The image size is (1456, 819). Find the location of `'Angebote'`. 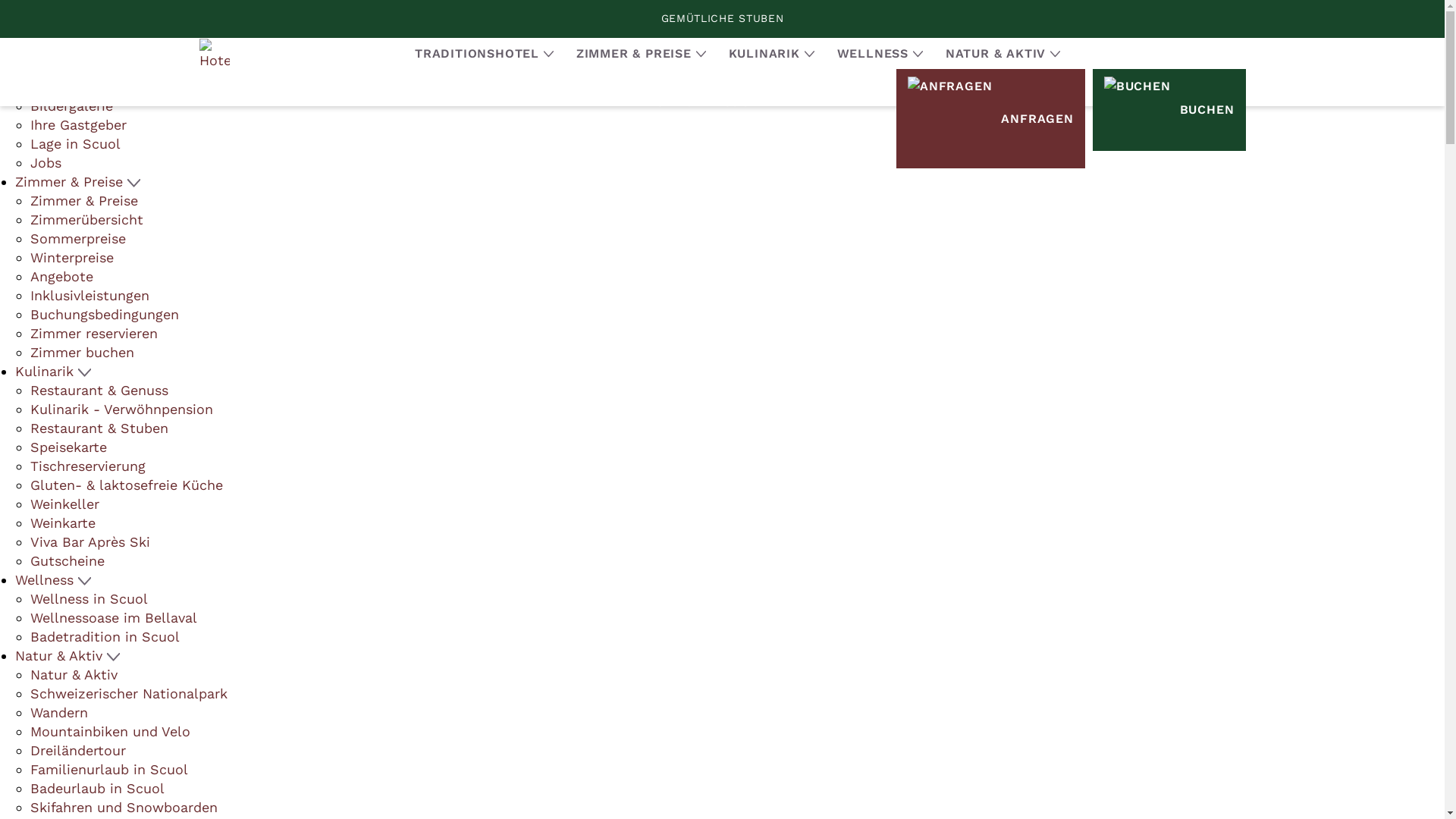

'Angebote' is located at coordinates (61, 276).